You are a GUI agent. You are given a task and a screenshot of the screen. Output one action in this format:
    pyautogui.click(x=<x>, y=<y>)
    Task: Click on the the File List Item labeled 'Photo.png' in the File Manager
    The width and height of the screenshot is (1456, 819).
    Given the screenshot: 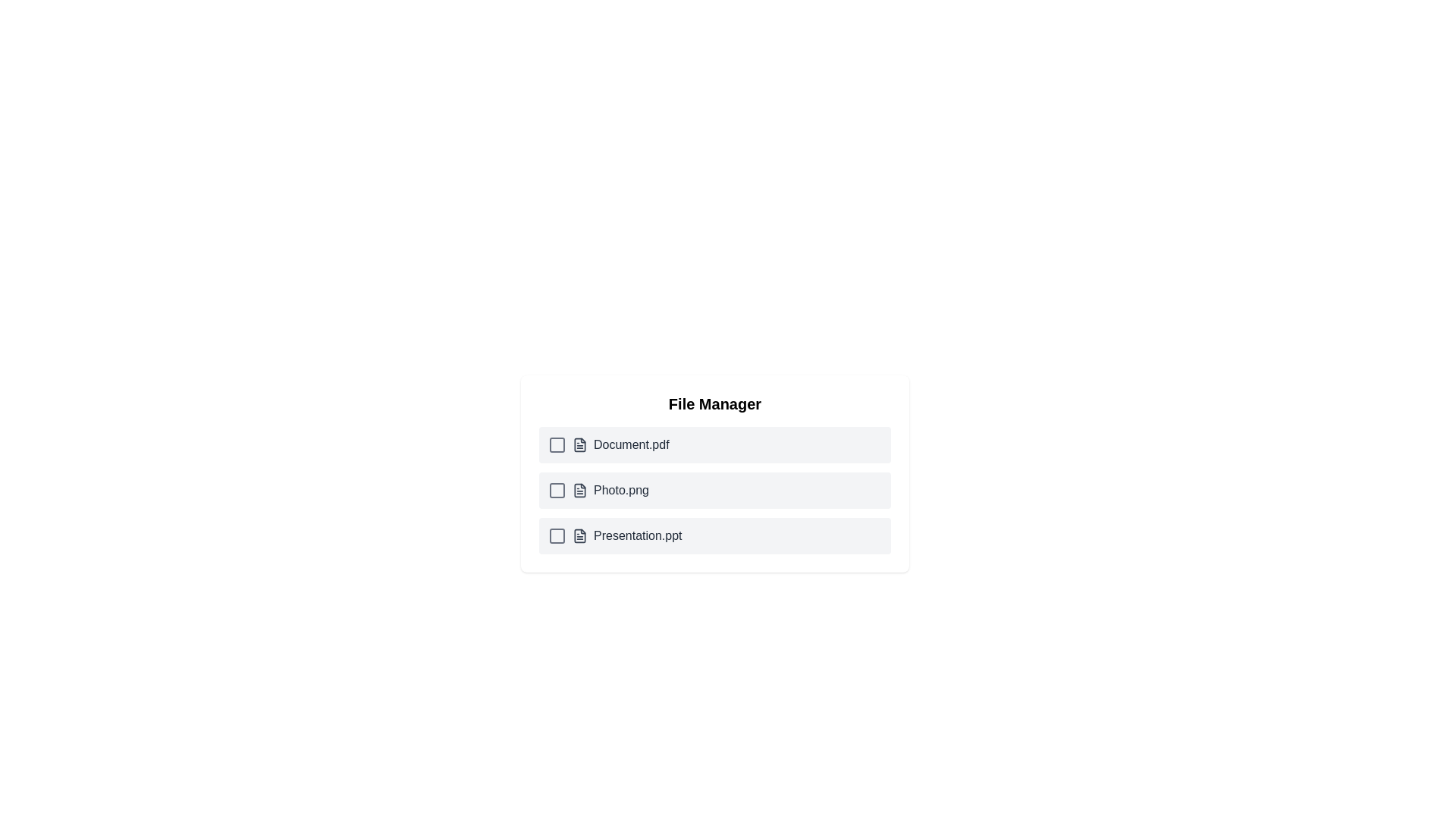 What is the action you would take?
    pyautogui.click(x=598, y=491)
    